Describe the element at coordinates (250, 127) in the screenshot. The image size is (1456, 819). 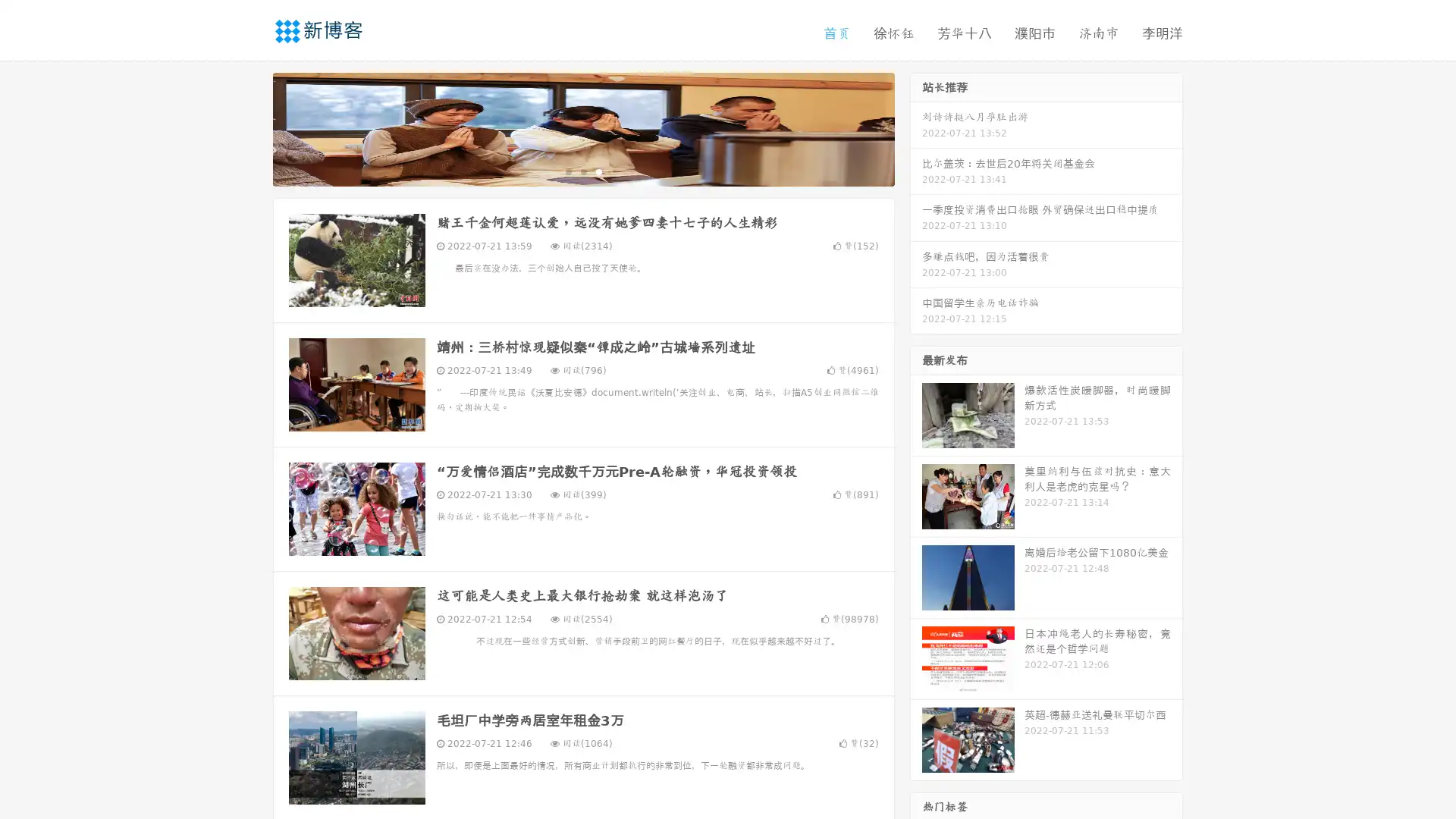
I see `Previous slide` at that location.